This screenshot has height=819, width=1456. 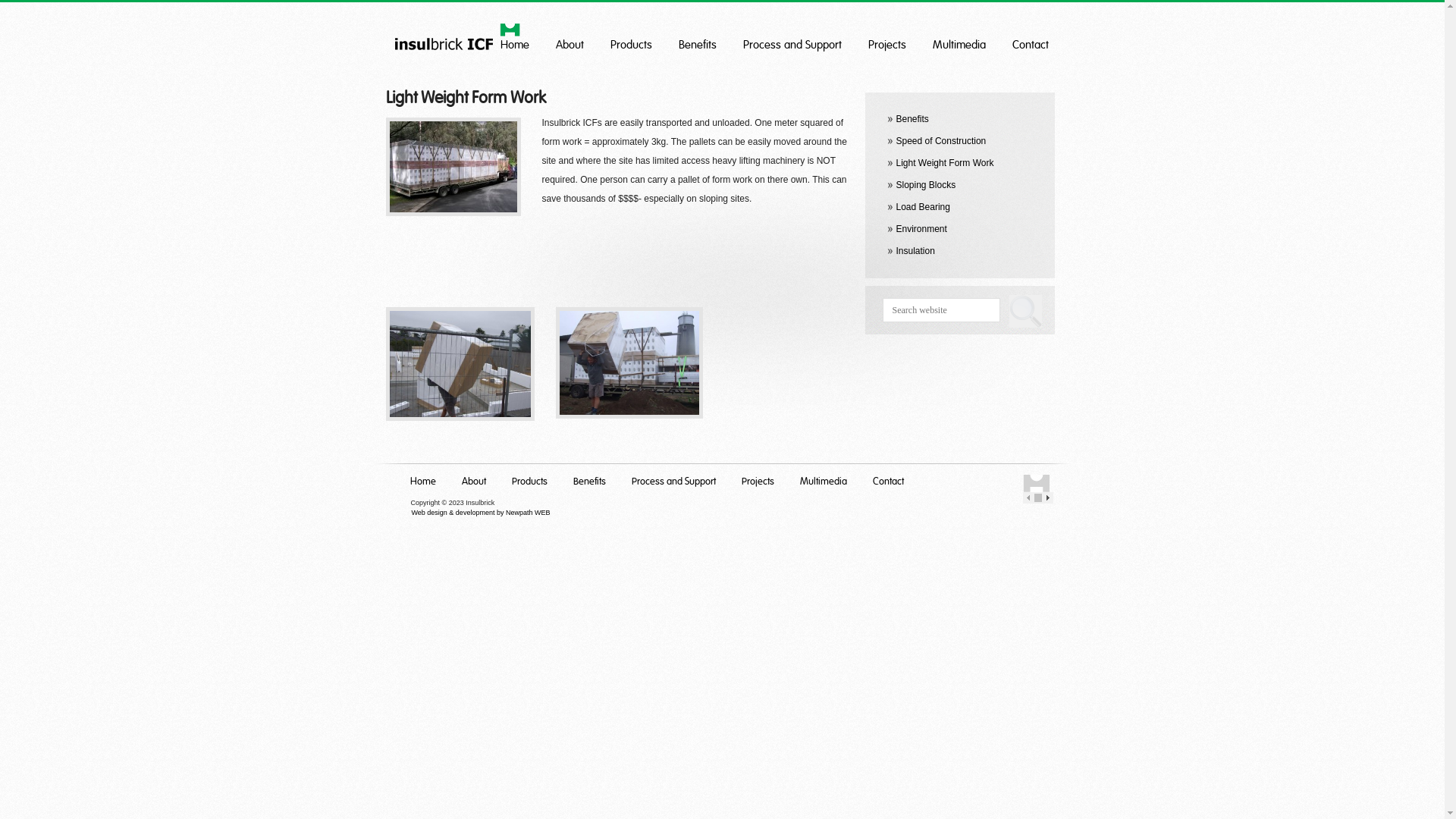 I want to click on 'Benefits', so click(x=588, y=478).